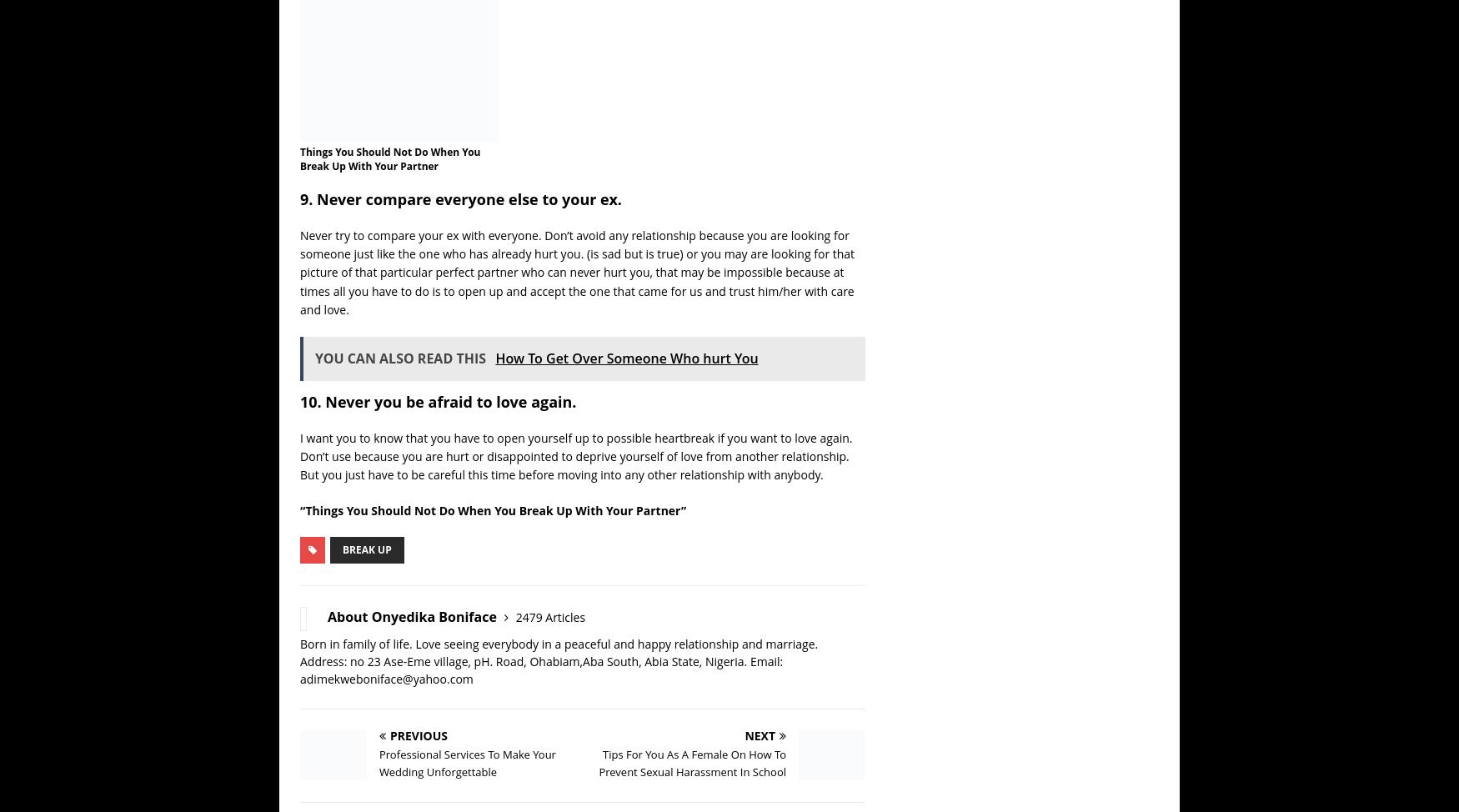  What do you see at coordinates (569, 679) in the screenshot?
I see `'adimekweboniface@yahoo.com'` at bounding box center [569, 679].